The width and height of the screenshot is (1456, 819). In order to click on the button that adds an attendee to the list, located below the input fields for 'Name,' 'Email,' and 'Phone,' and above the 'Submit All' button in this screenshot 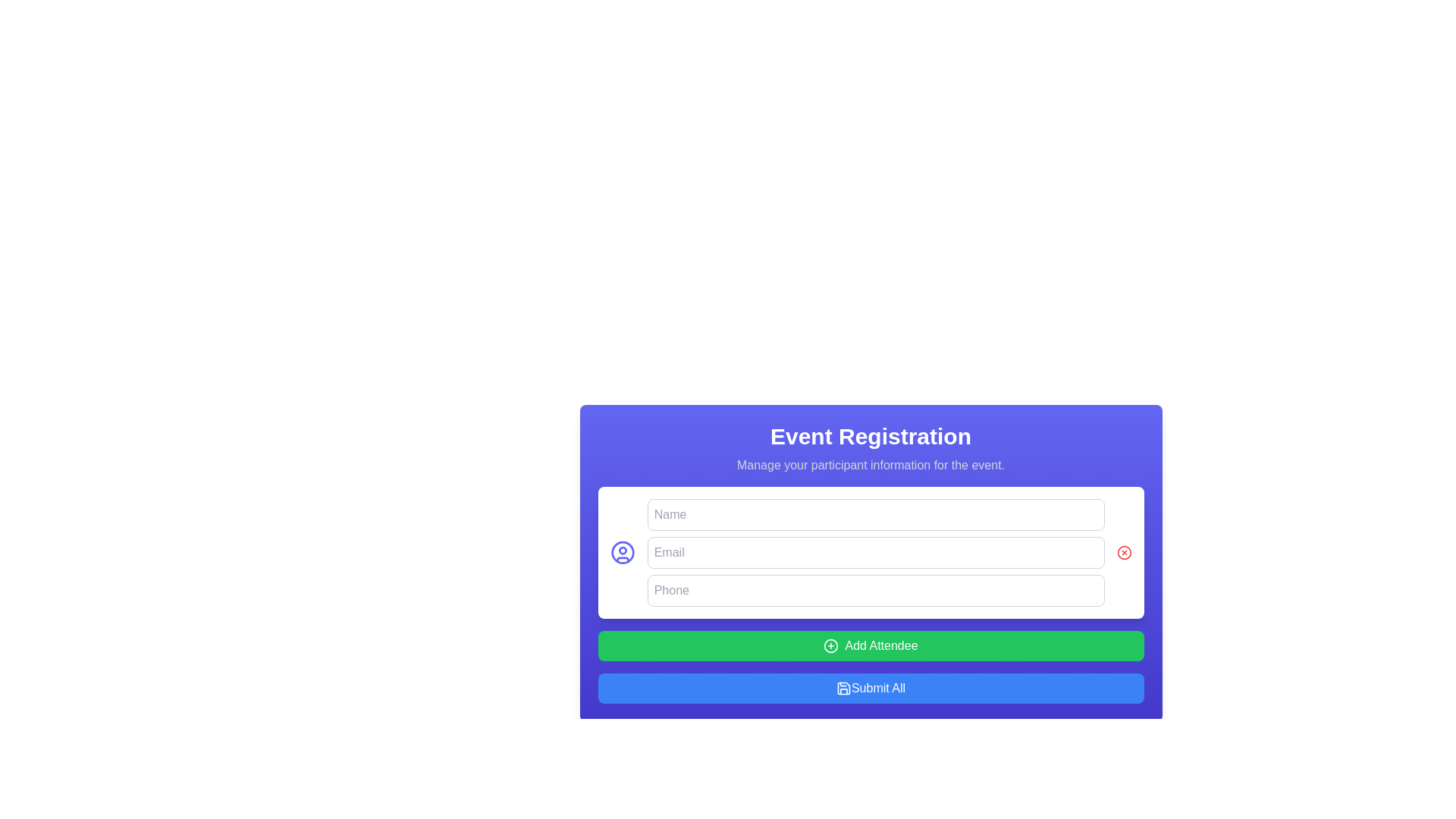, I will do `click(871, 646)`.